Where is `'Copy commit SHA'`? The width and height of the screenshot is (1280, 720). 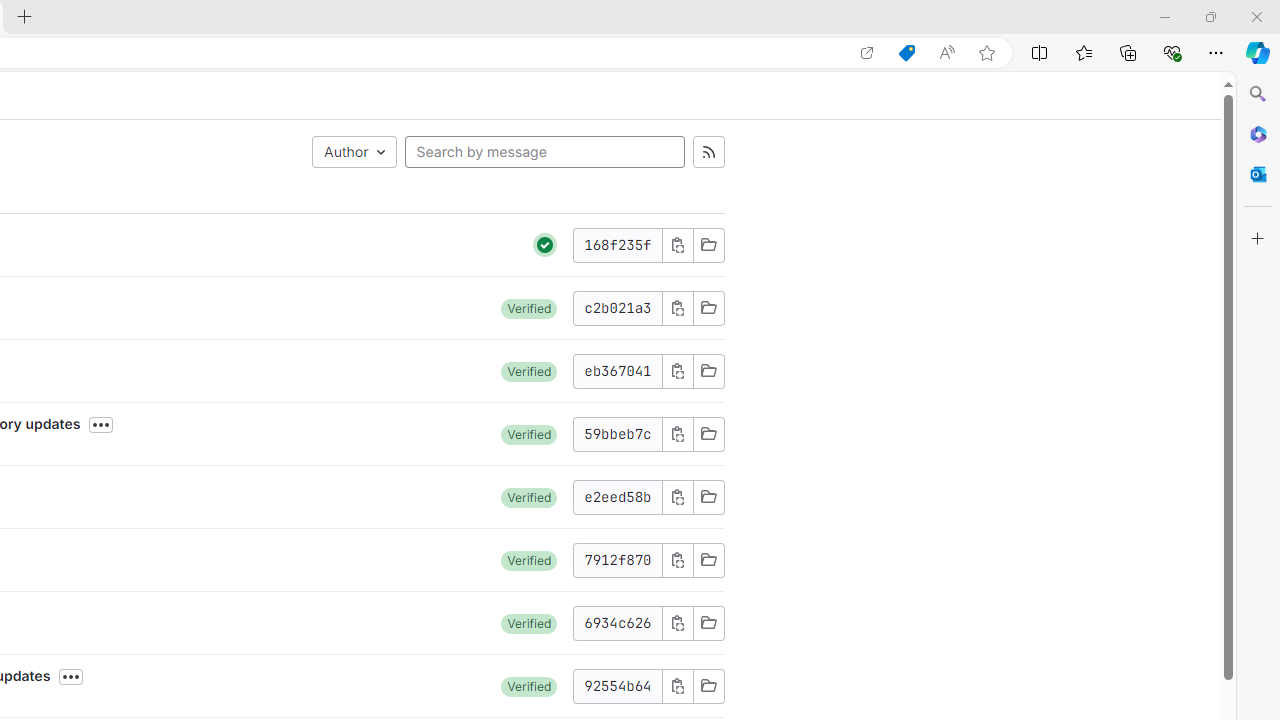
'Copy commit SHA' is located at coordinates (677, 685).